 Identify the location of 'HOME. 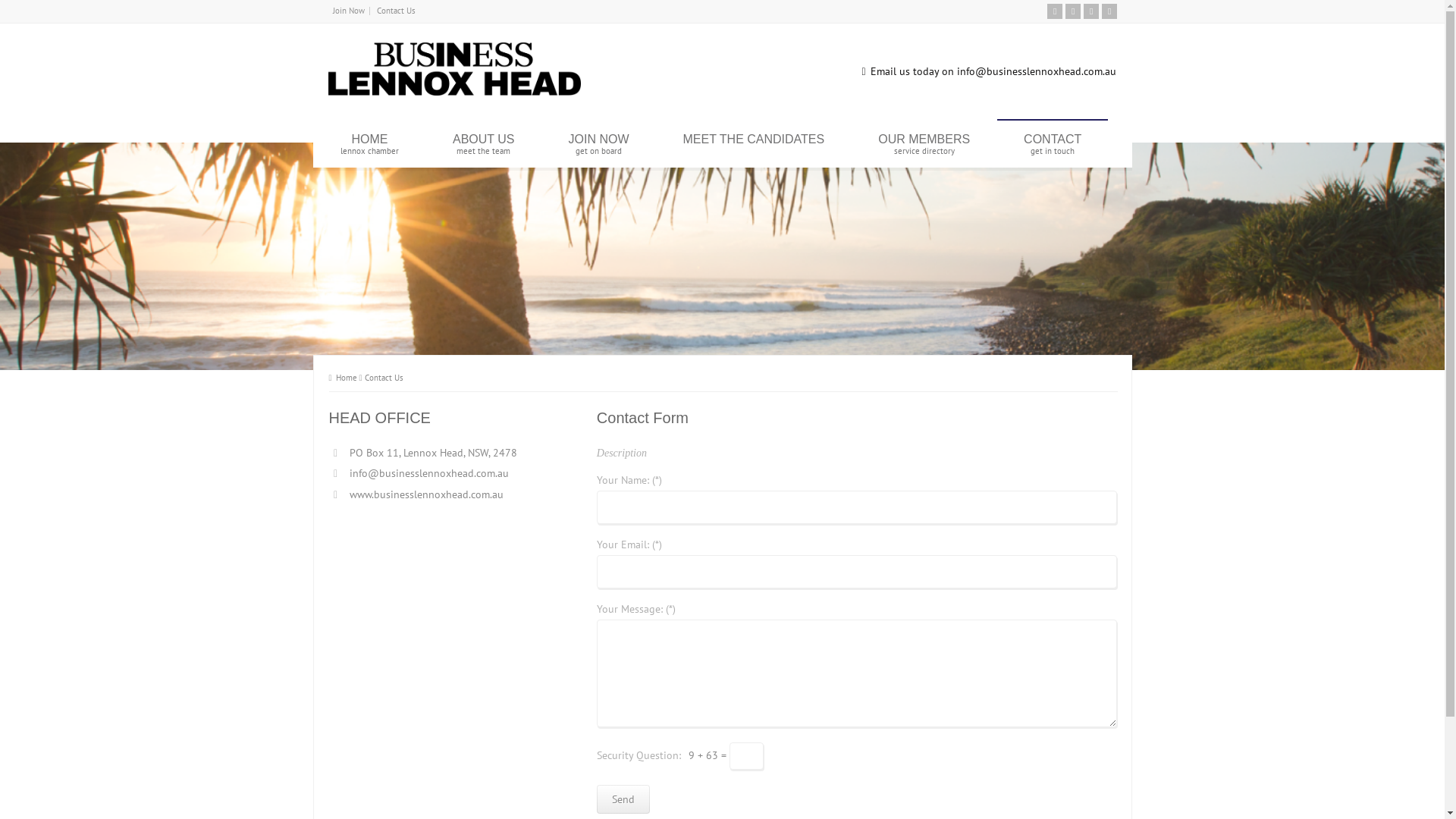
(312, 143).